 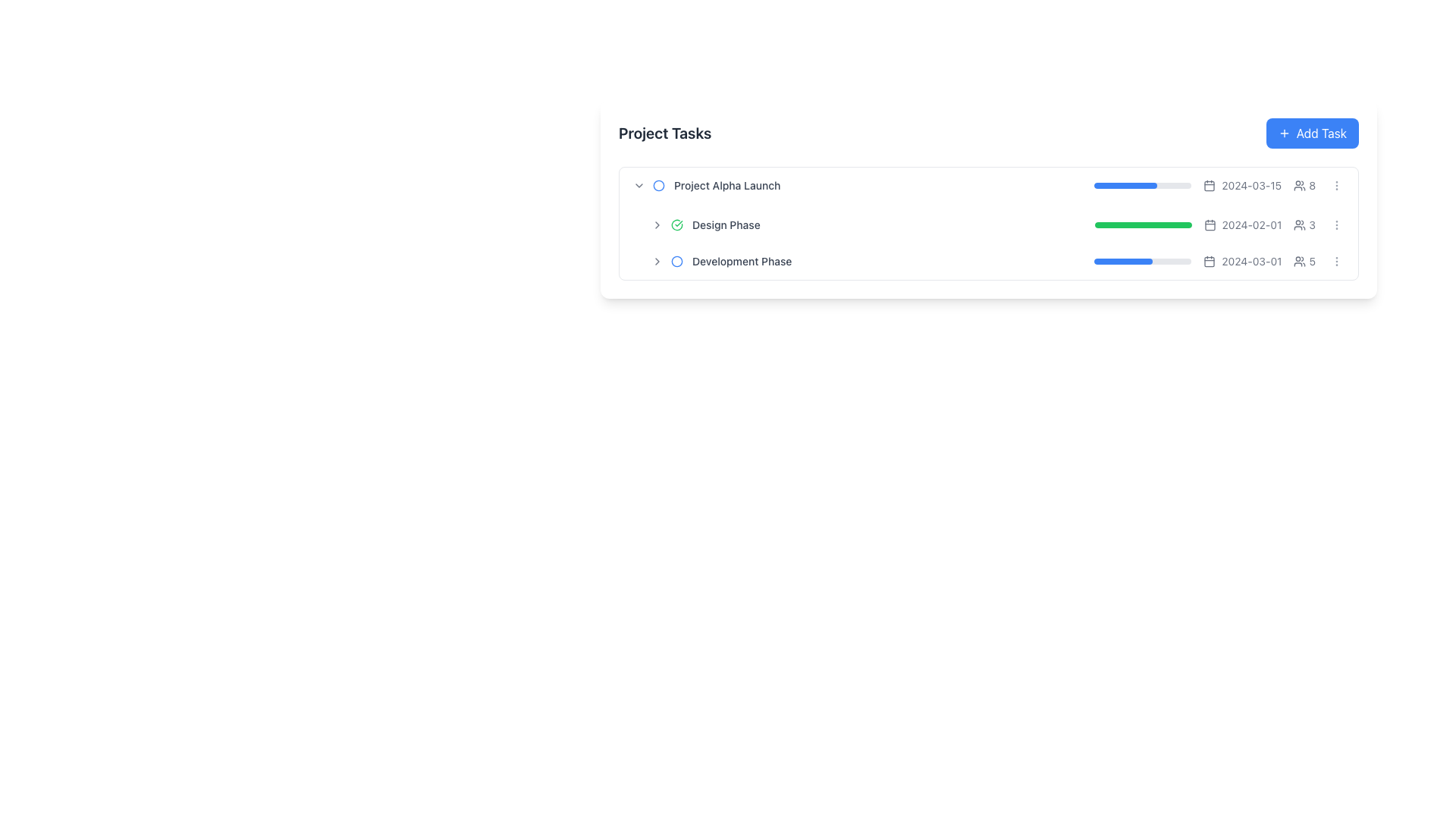 I want to click on the first row of the task list titled 'Project Alpha Launch', so click(x=989, y=185).